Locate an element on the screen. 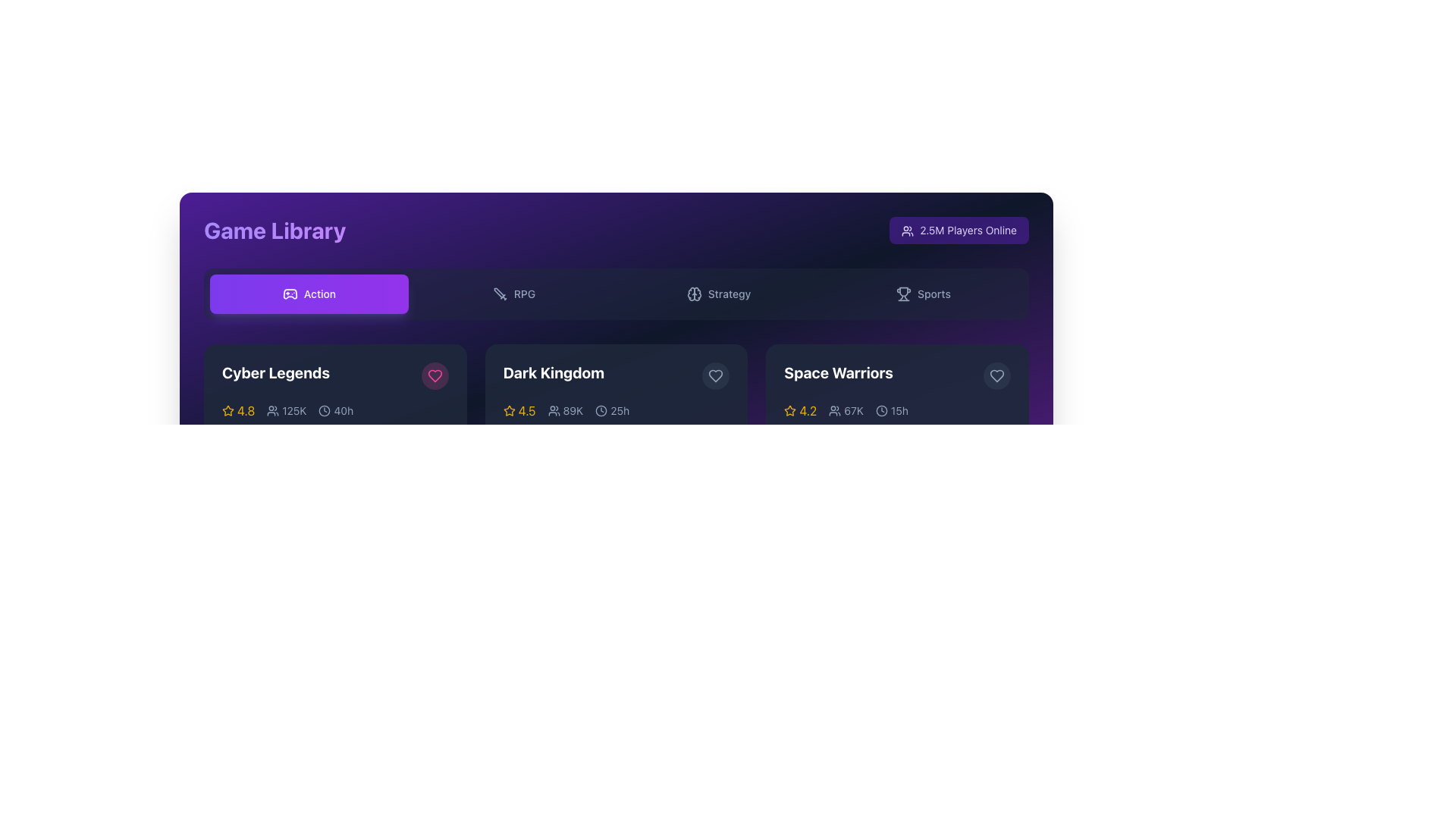 The height and width of the screenshot is (819, 1456). the clock icon and text label displaying '25h', which is located to the right of the '89K' people icon is located at coordinates (612, 411).